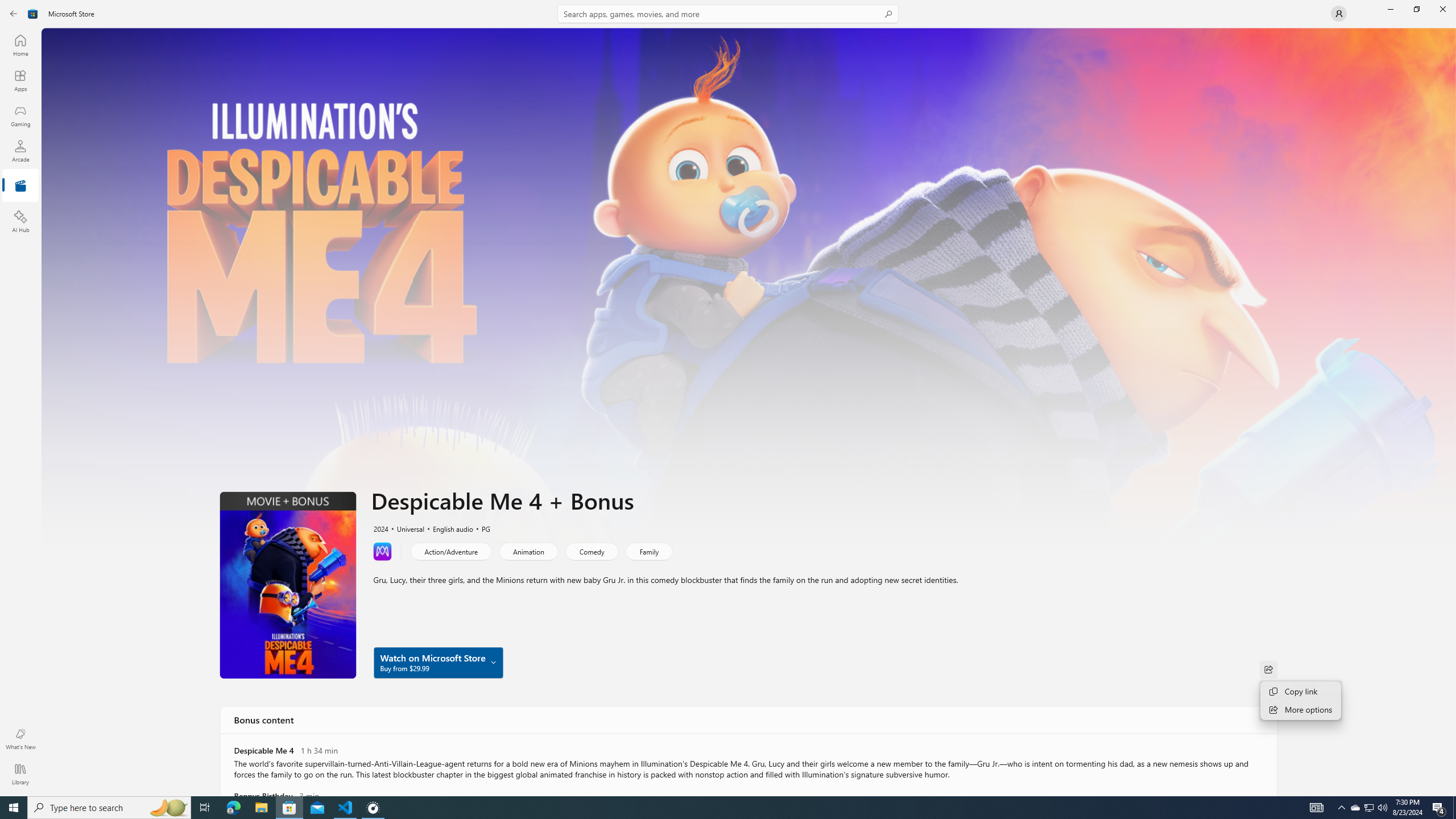  What do you see at coordinates (405, 527) in the screenshot?
I see `'Universal'` at bounding box center [405, 527].